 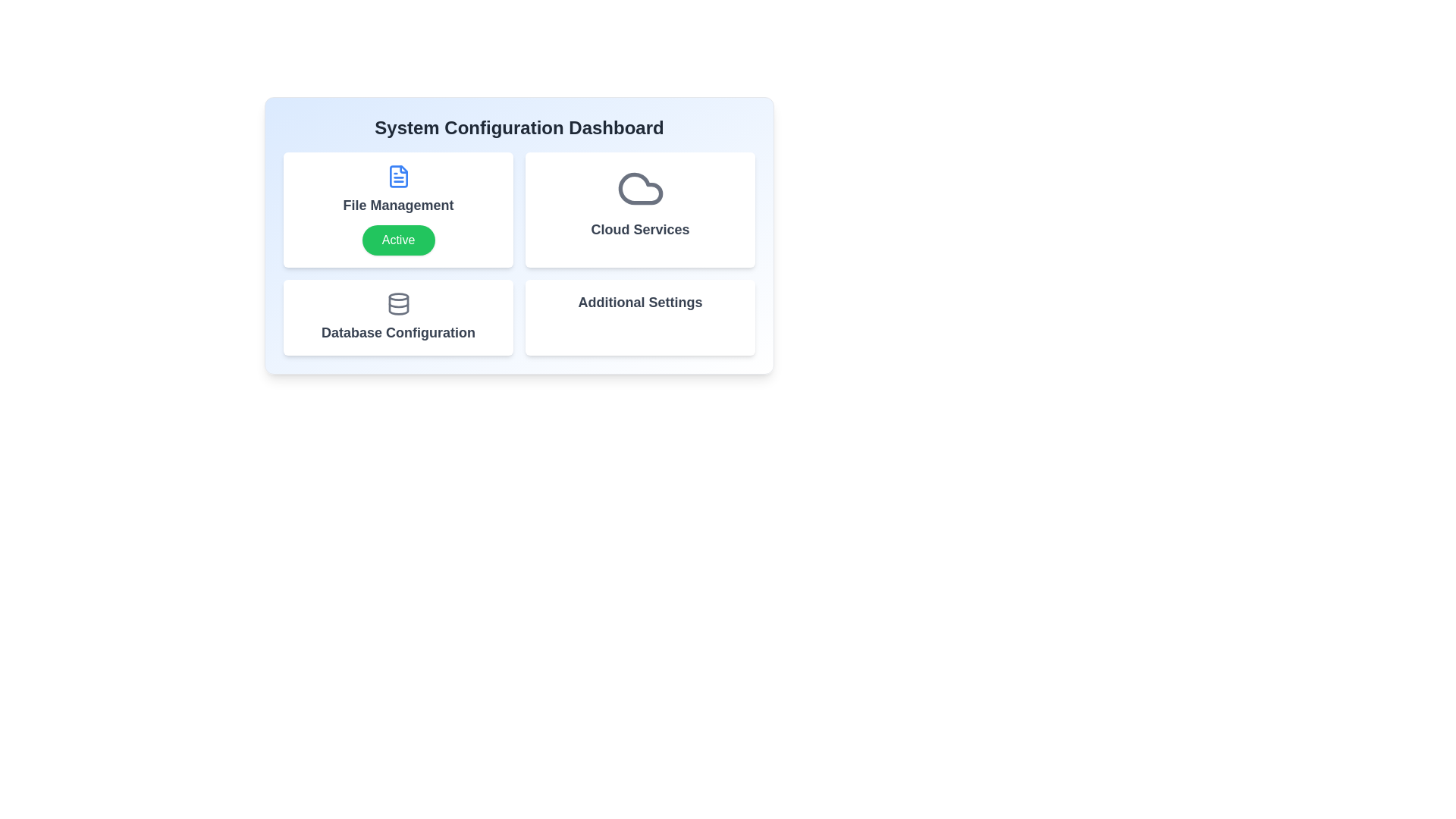 I want to click on the 'Additional Settings' static text label, which is displayed in a large, bold font on a dark gray background within a white, rounded rectangular card located in the bottom-right corner of the grid layout, so click(x=640, y=302).